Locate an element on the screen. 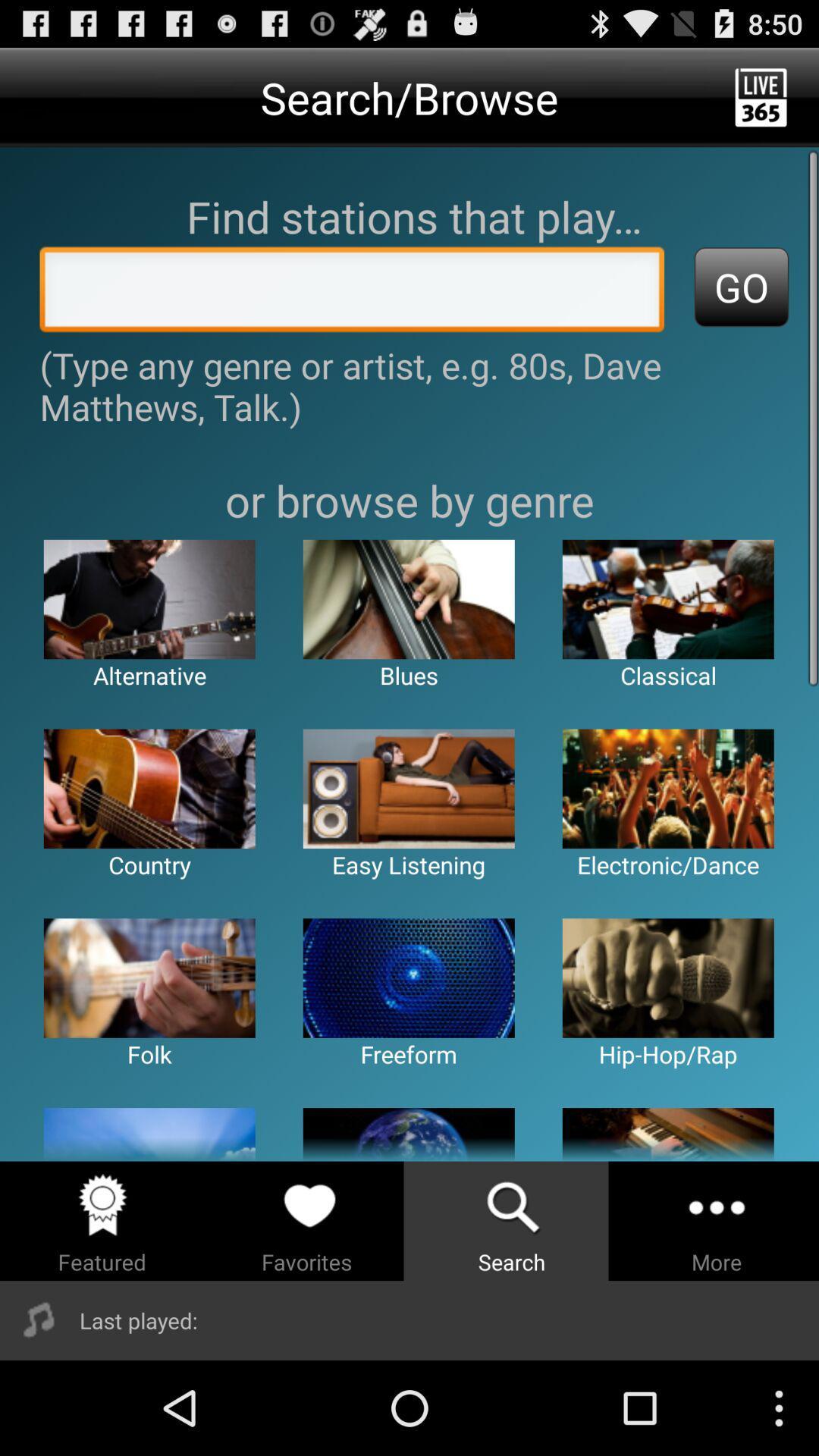  search area is located at coordinates (352, 293).